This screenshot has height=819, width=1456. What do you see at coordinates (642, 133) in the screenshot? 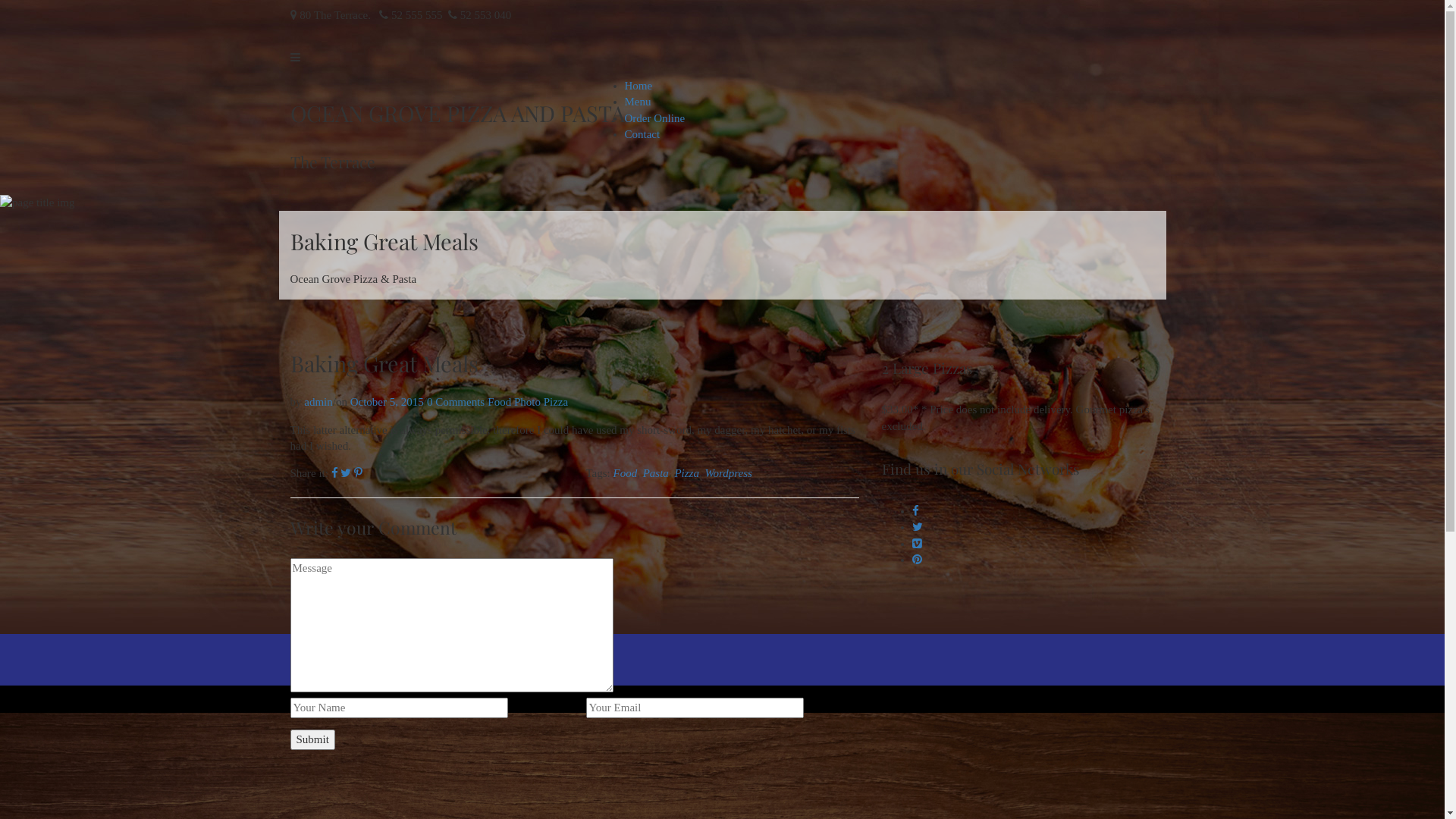
I see `'Contact'` at bounding box center [642, 133].